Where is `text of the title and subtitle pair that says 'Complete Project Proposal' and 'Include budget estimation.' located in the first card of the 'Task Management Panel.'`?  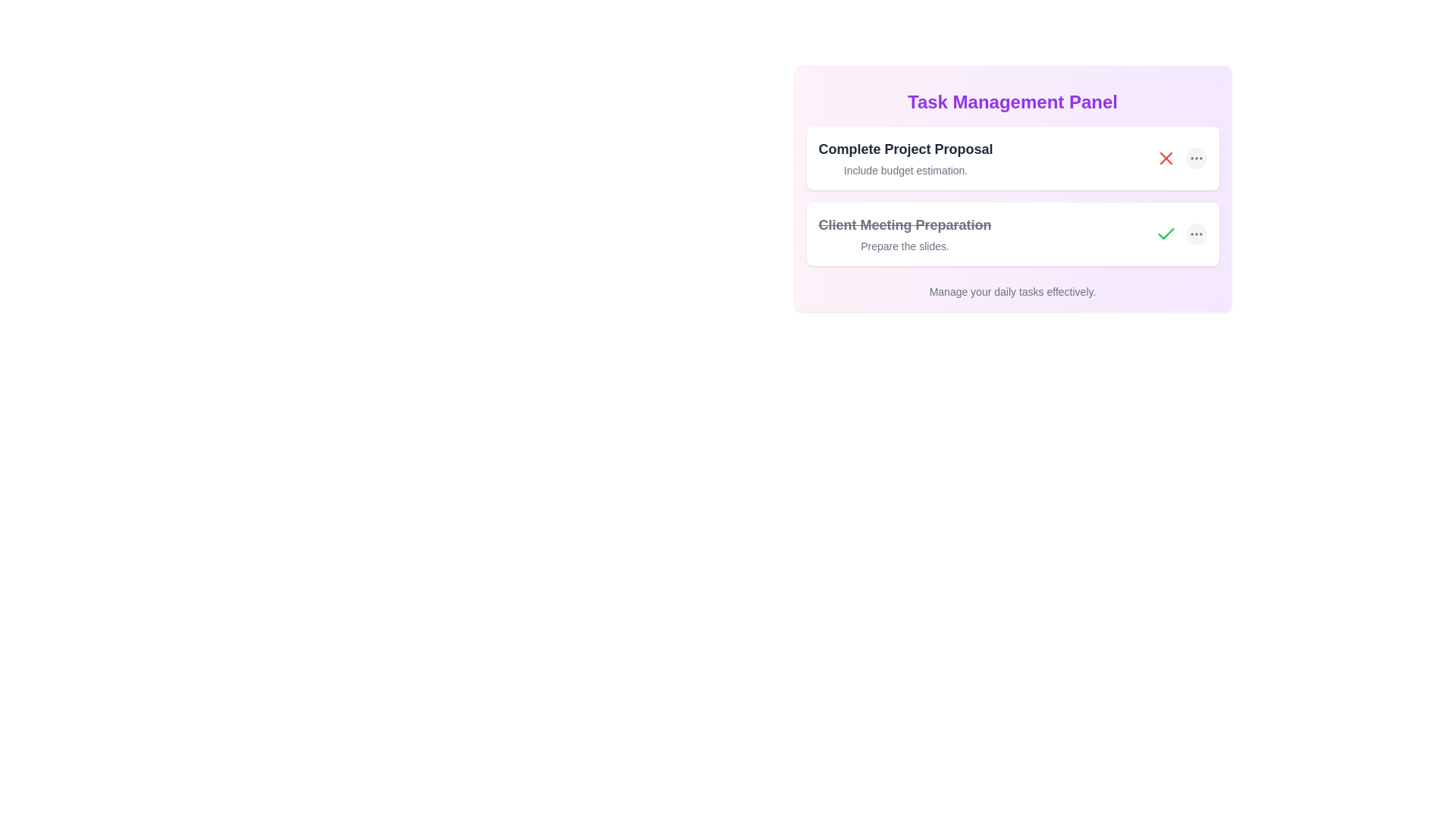 text of the title and subtitle pair that says 'Complete Project Proposal' and 'Include budget estimation.' located in the first card of the 'Task Management Panel.' is located at coordinates (905, 158).